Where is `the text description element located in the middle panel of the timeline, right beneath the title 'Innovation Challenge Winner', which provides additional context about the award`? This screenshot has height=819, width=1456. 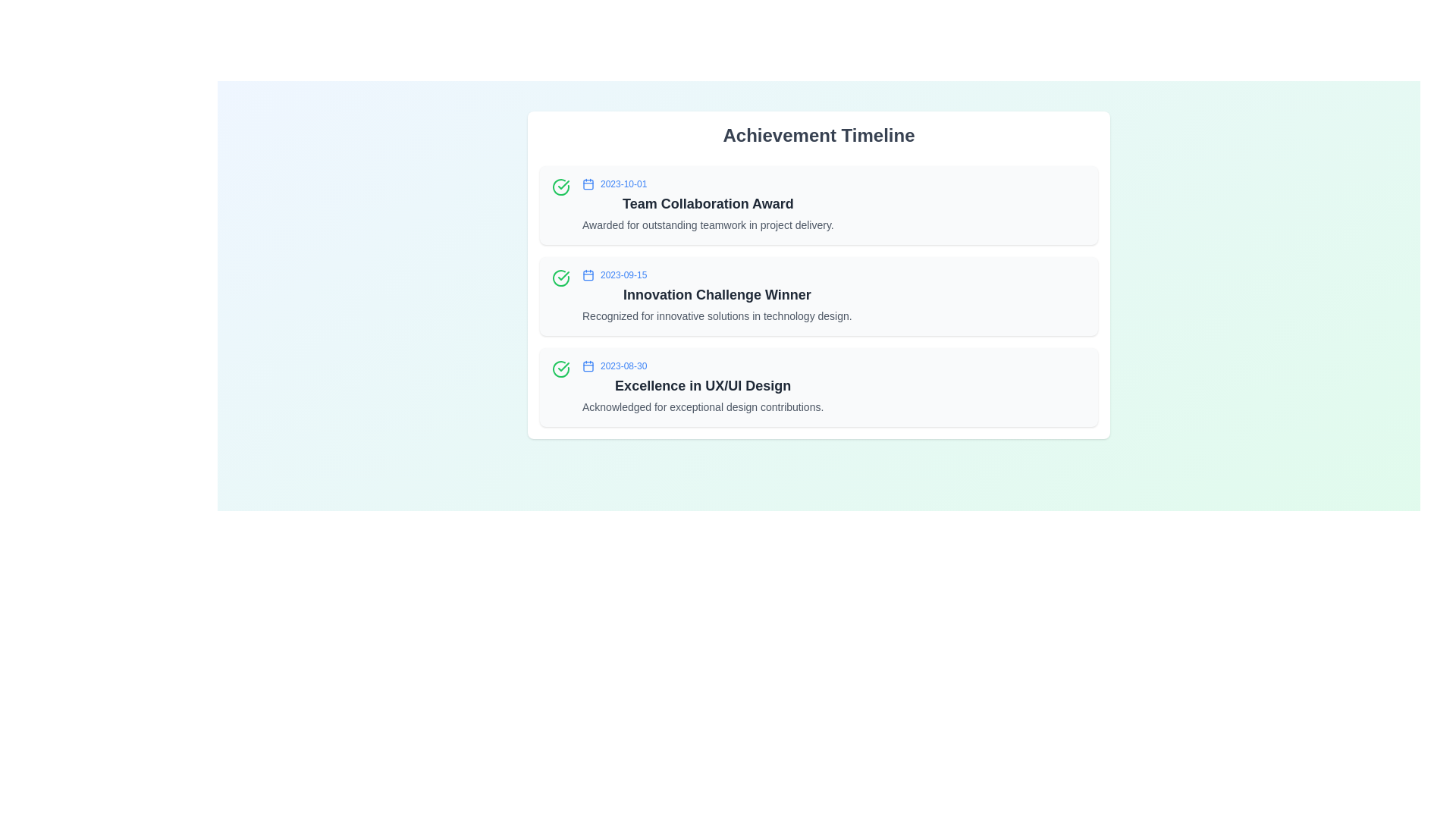
the text description element located in the middle panel of the timeline, right beneath the title 'Innovation Challenge Winner', which provides additional context about the award is located at coordinates (716, 315).